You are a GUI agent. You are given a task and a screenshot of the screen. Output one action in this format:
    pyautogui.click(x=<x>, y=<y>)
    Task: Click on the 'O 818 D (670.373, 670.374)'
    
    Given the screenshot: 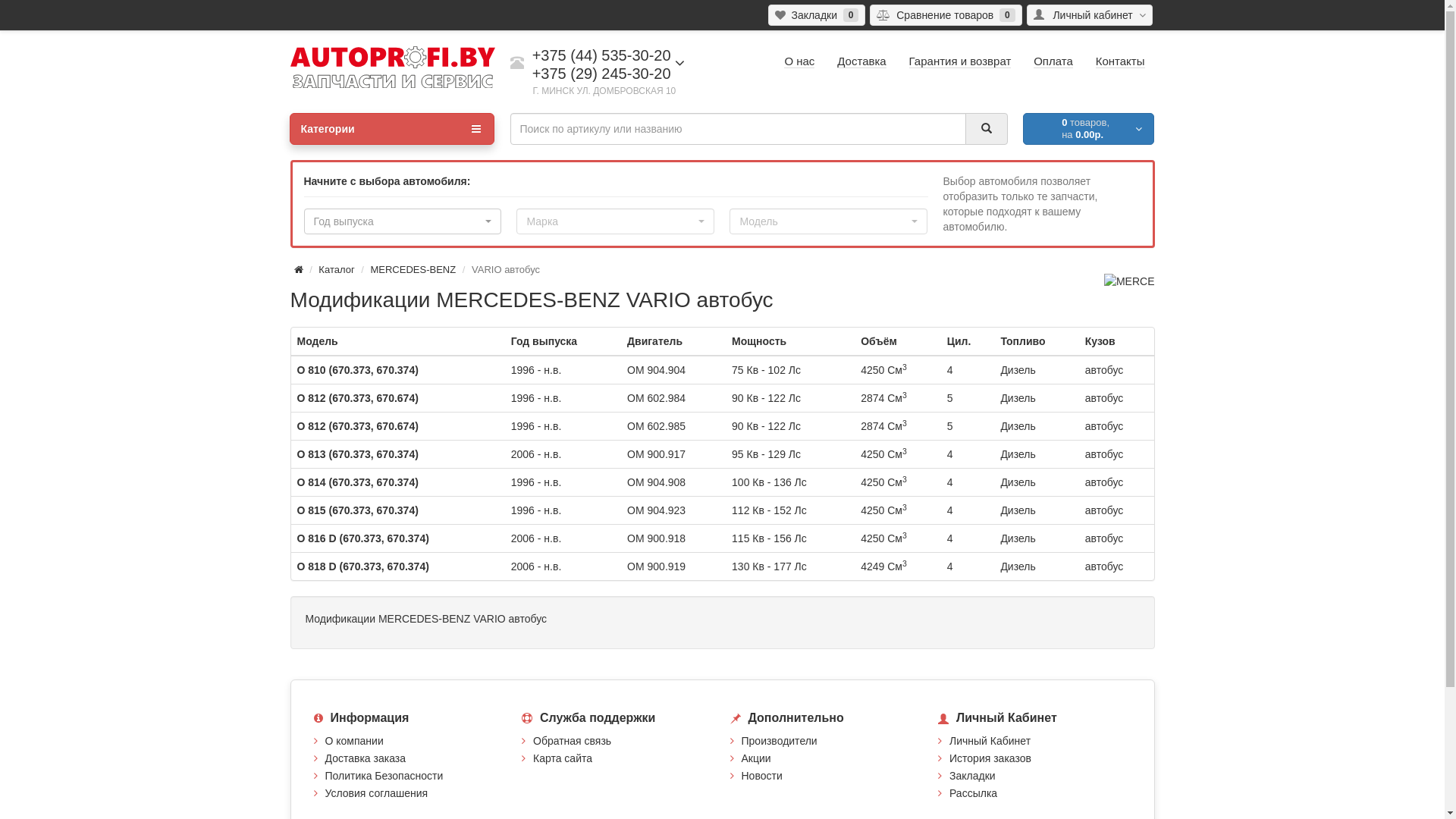 What is the action you would take?
    pyautogui.click(x=362, y=566)
    